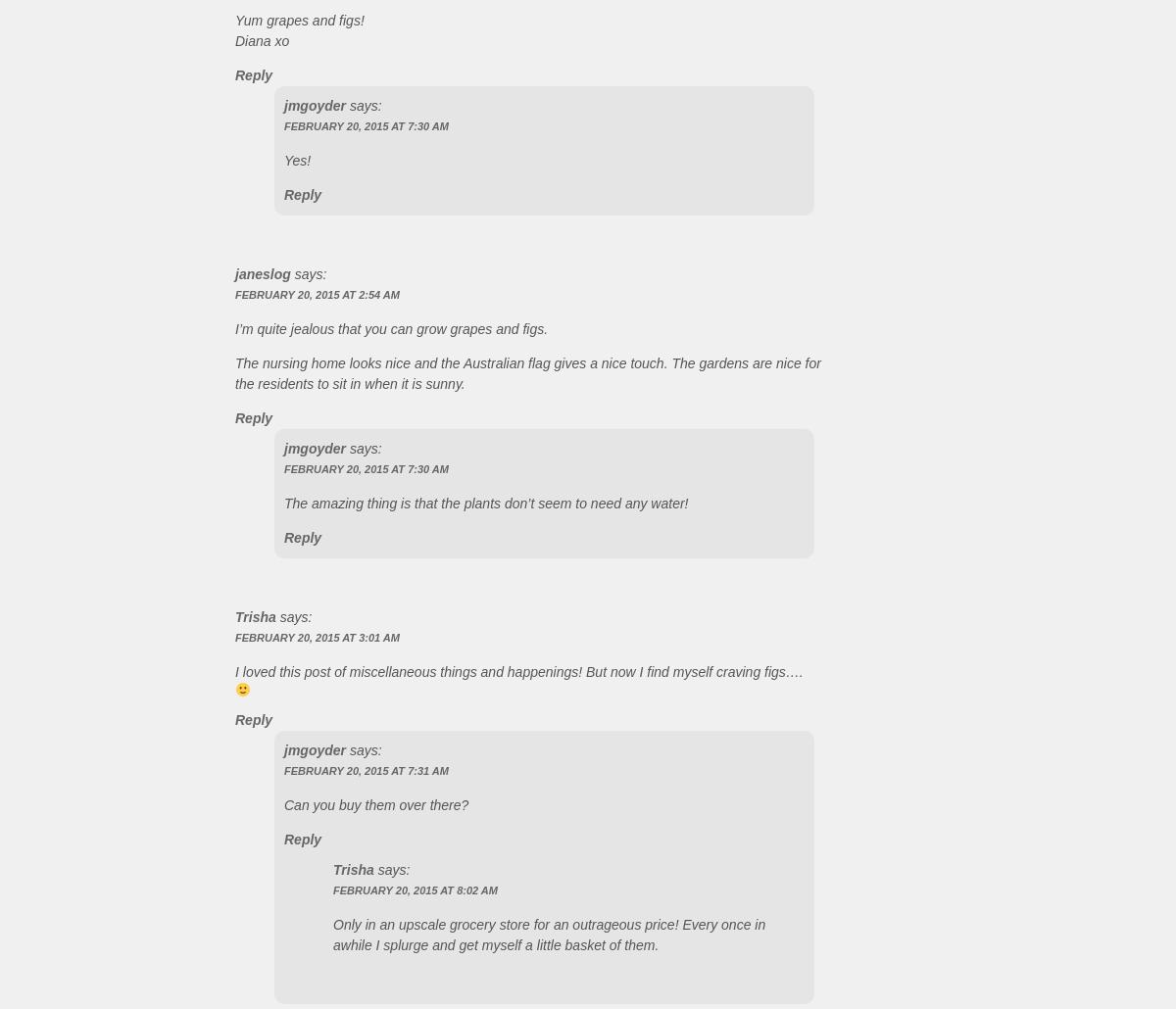 The height and width of the screenshot is (1009, 1176). Describe the element at coordinates (317, 293) in the screenshot. I see `'February 20, 2015 at 2:54 AM'` at that location.